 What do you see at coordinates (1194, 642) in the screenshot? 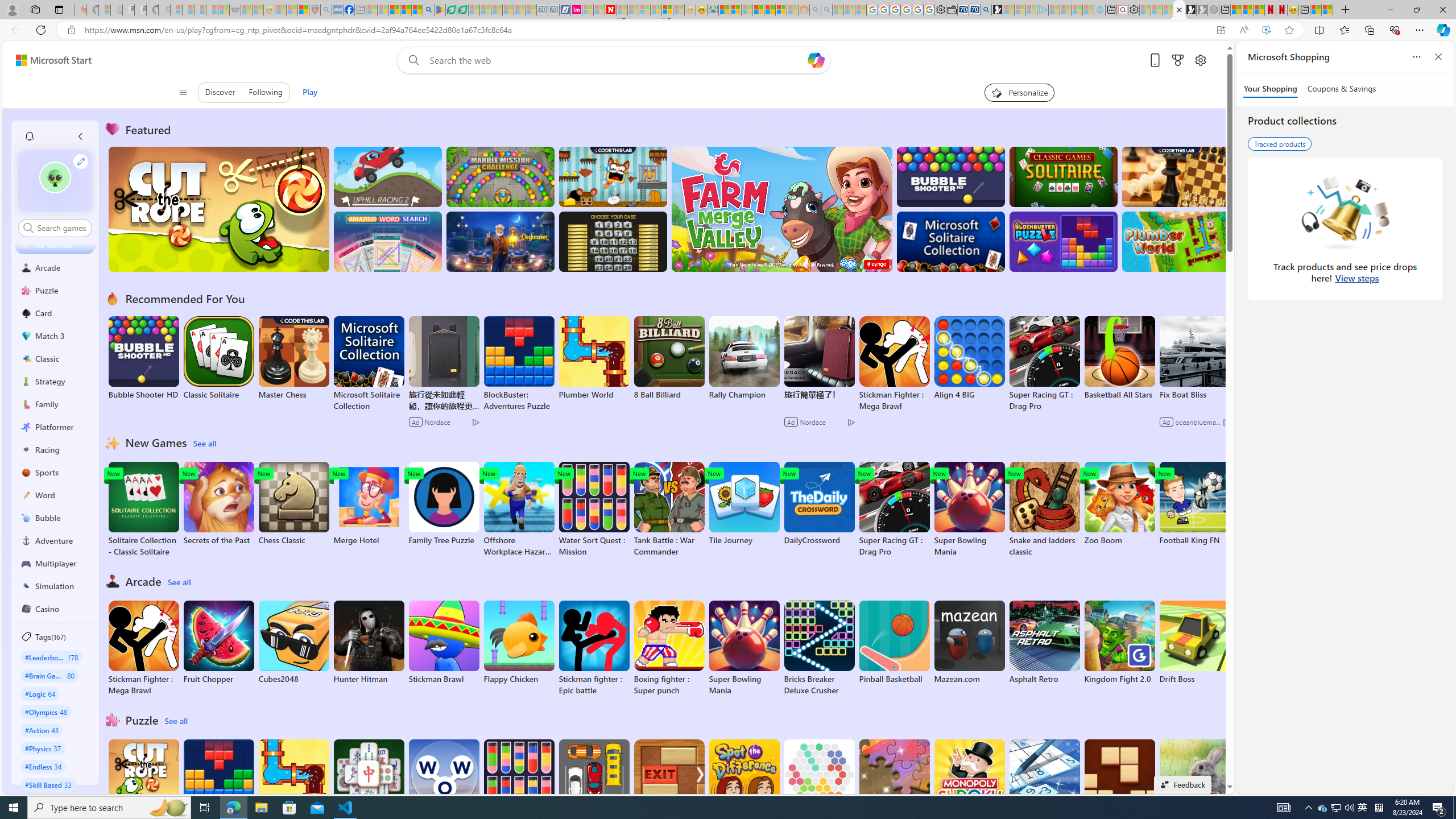
I see `'Drift Boss'` at bounding box center [1194, 642].